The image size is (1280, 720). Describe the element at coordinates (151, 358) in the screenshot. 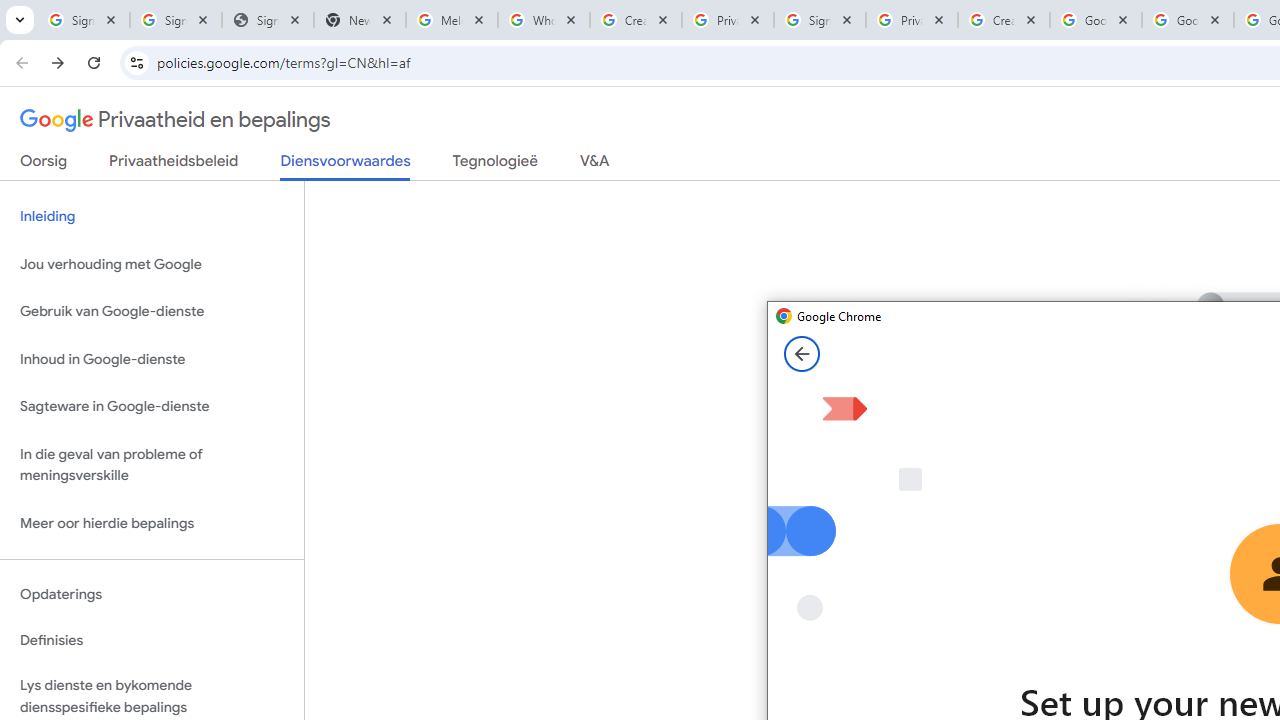

I see `'Inhoud in Google-dienste'` at that location.